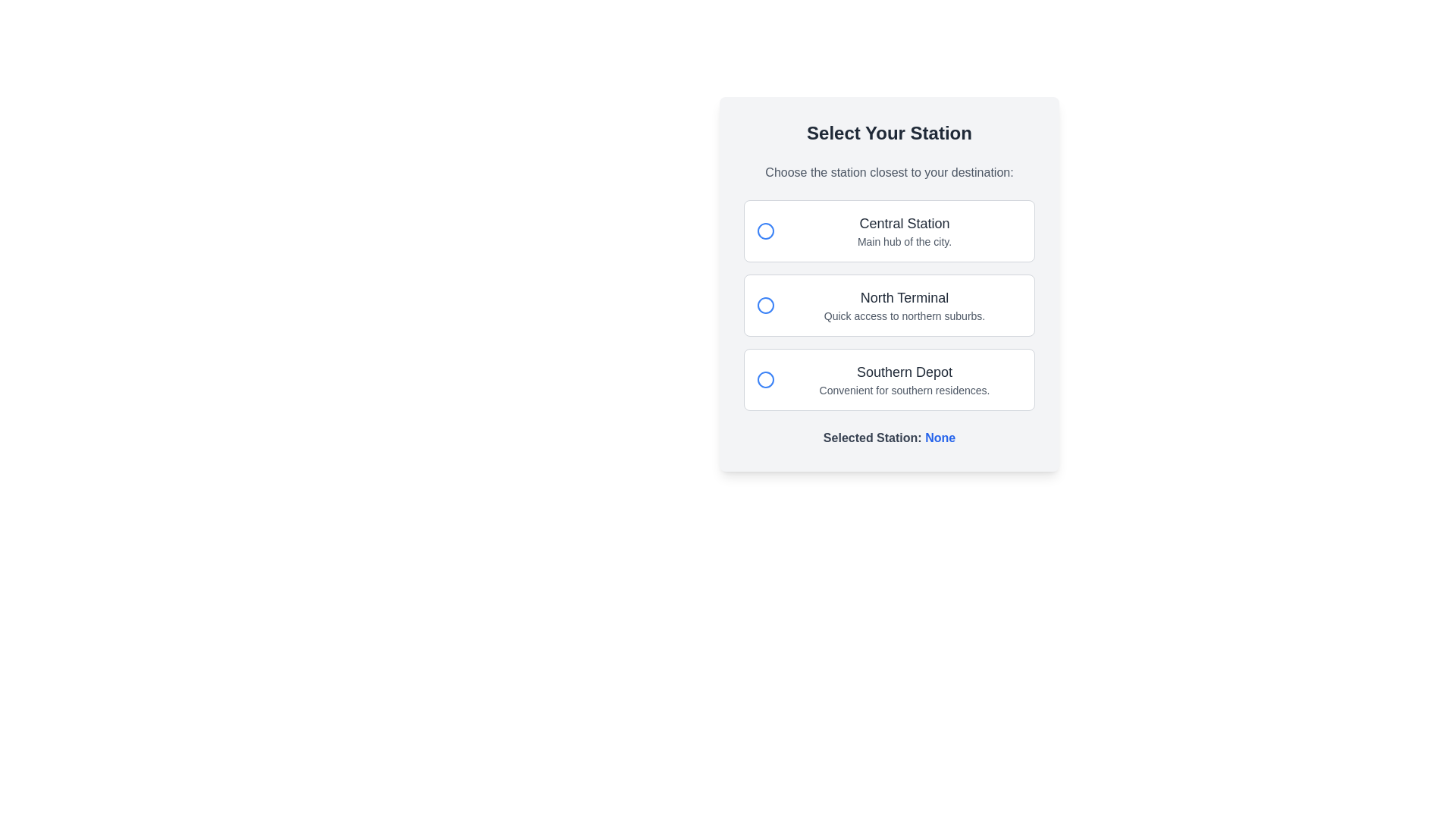 The width and height of the screenshot is (1456, 819). What do you see at coordinates (765, 379) in the screenshot?
I see `the radio button` at bounding box center [765, 379].